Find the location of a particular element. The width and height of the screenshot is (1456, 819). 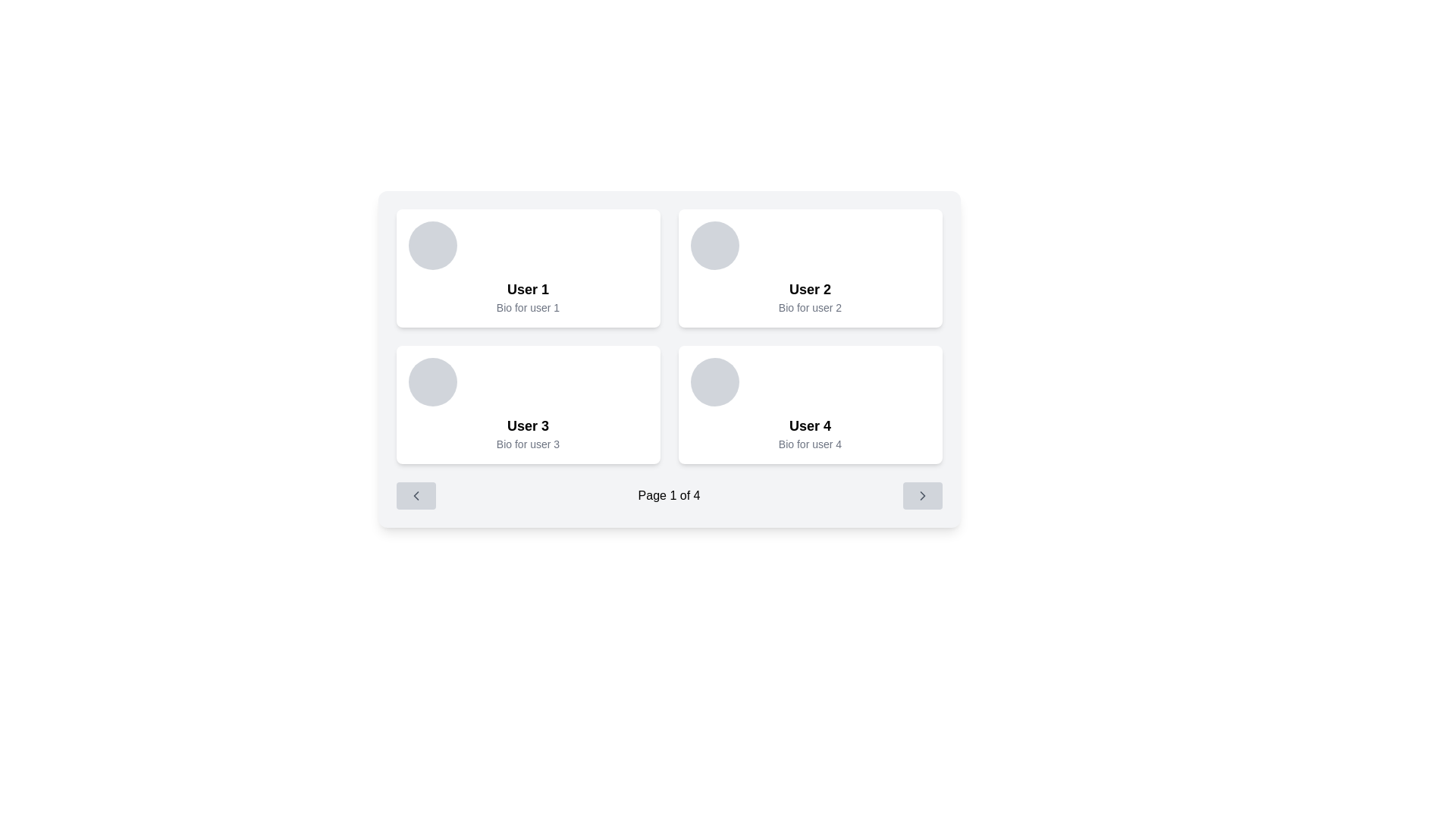

the circular avatar placeholder with a light gray background located at the top left corner of the card labeled 'User 2' is located at coordinates (714, 245).